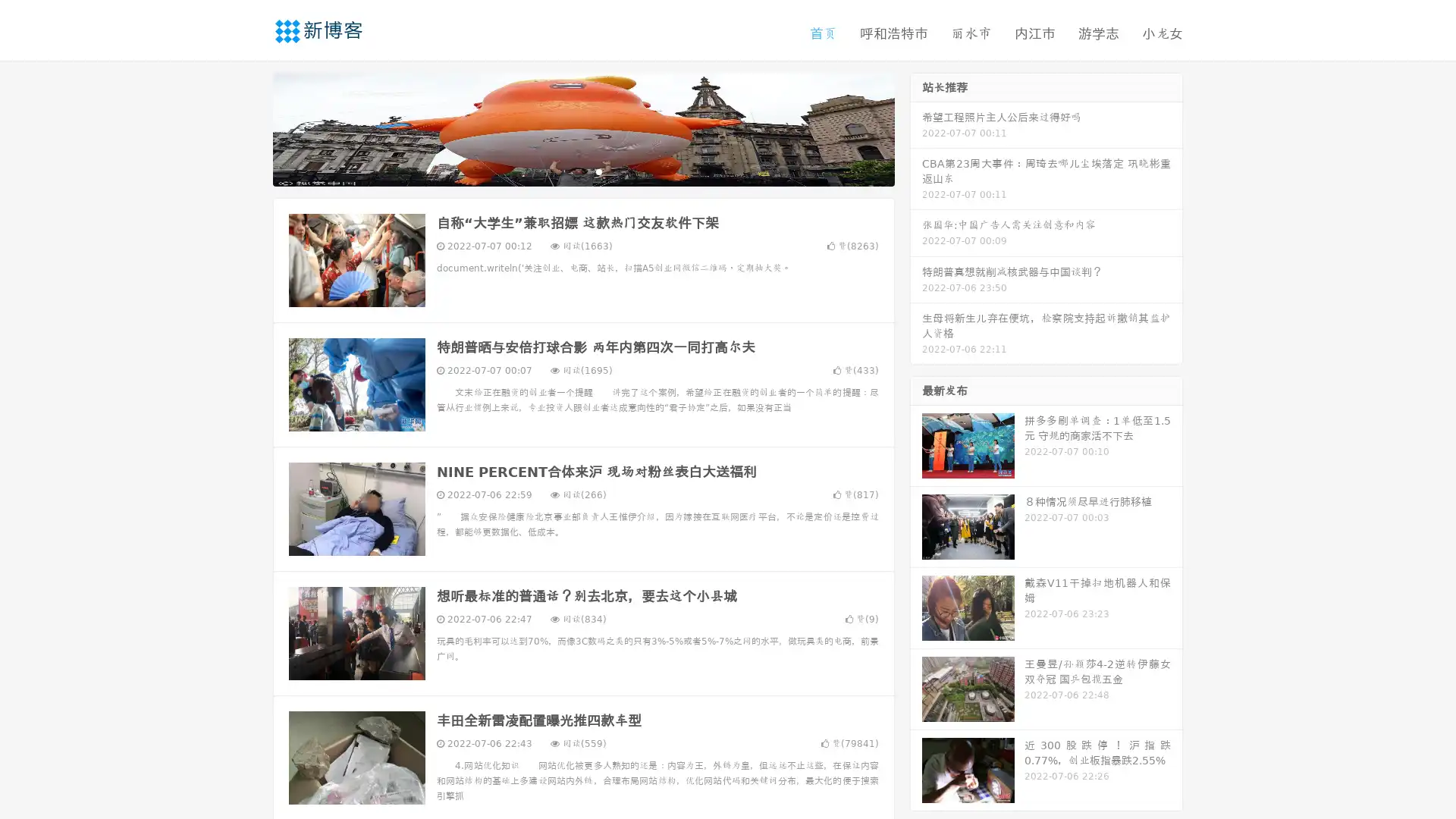 The height and width of the screenshot is (819, 1456). I want to click on Go to slide 3, so click(598, 171).